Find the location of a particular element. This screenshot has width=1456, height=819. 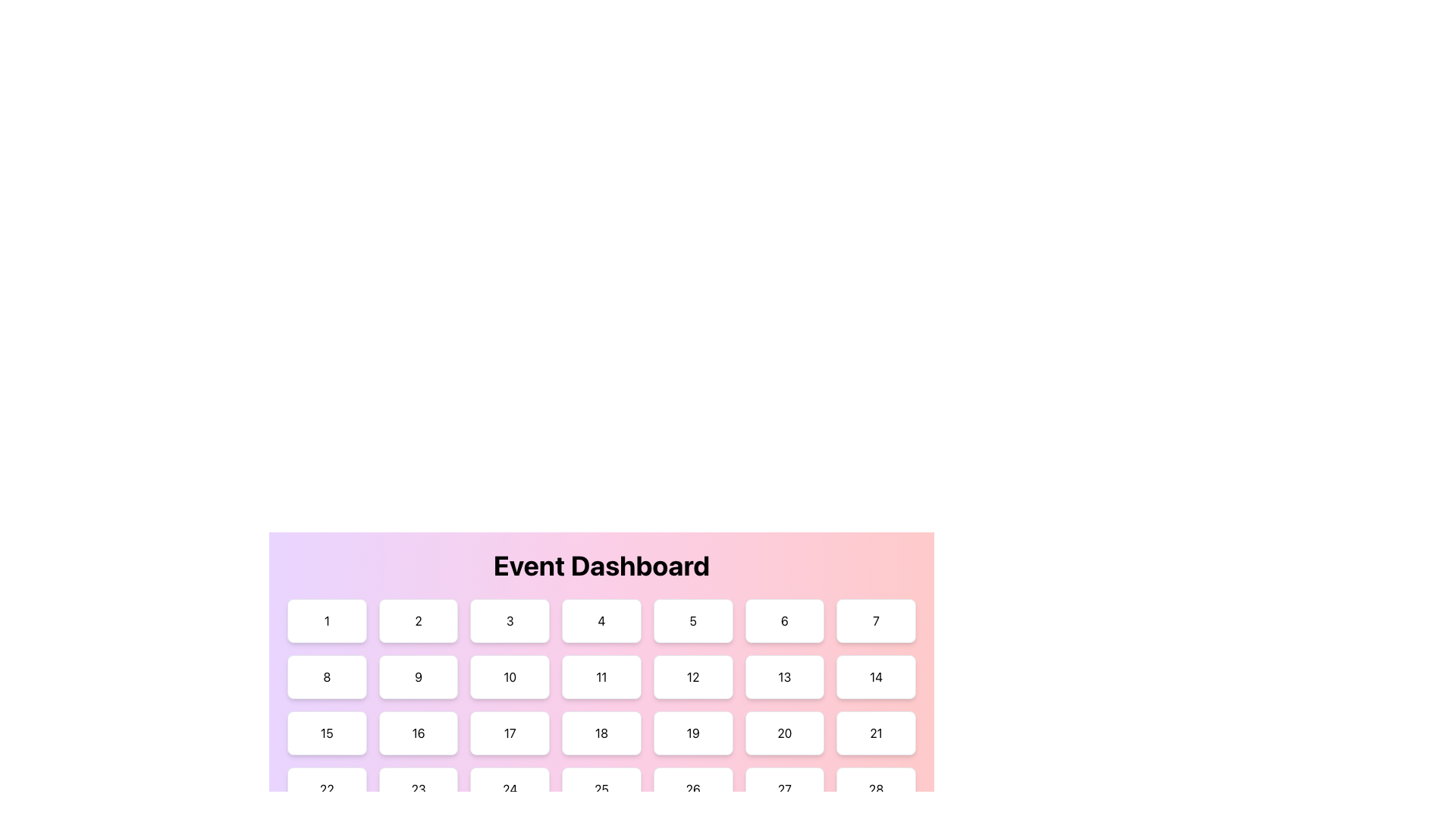

the selection button representing the number '14' located in the second row and seventh column of the grid below the 'Event Dashboard' title is located at coordinates (876, 676).